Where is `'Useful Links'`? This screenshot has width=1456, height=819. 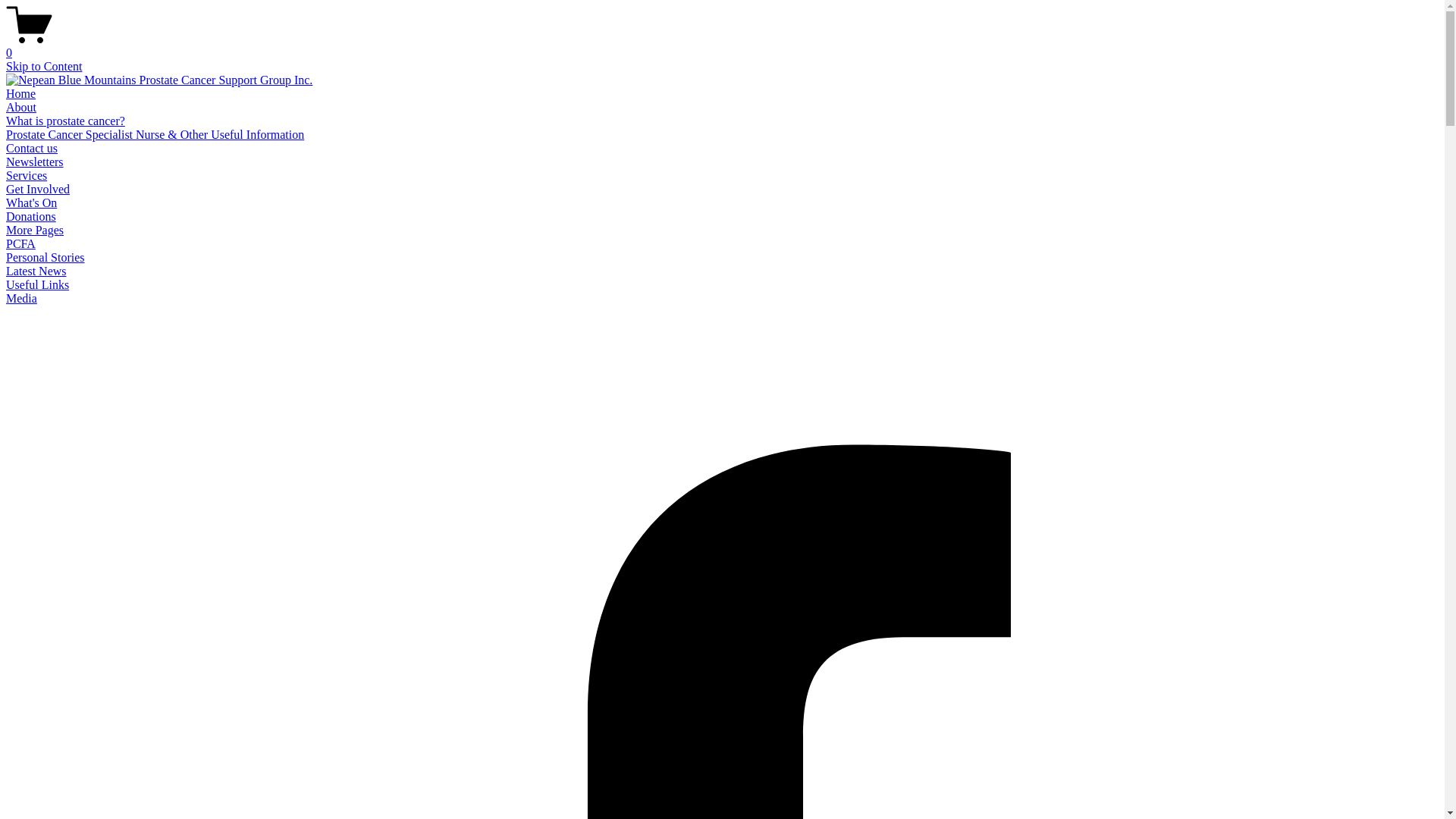 'Useful Links' is located at coordinates (37, 284).